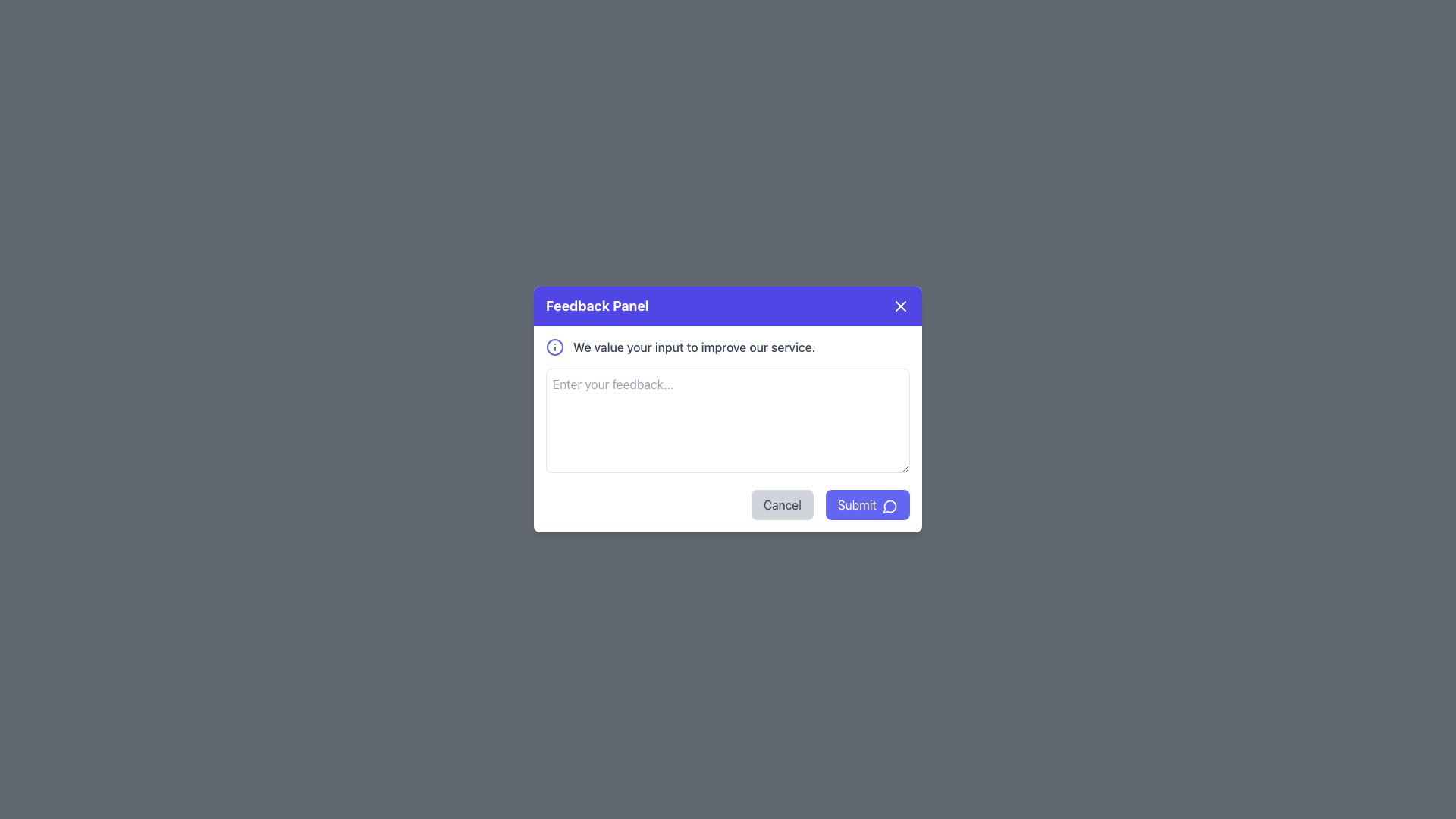 Image resolution: width=1456 pixels, height=819 pixels. What do you see at coordinates (554, 347) in the screenshot?
I see `the informational icon located at the top left of the feedback panel, which visually indicates an informational message next to the descriptive text` at bounding box center [554, 347].